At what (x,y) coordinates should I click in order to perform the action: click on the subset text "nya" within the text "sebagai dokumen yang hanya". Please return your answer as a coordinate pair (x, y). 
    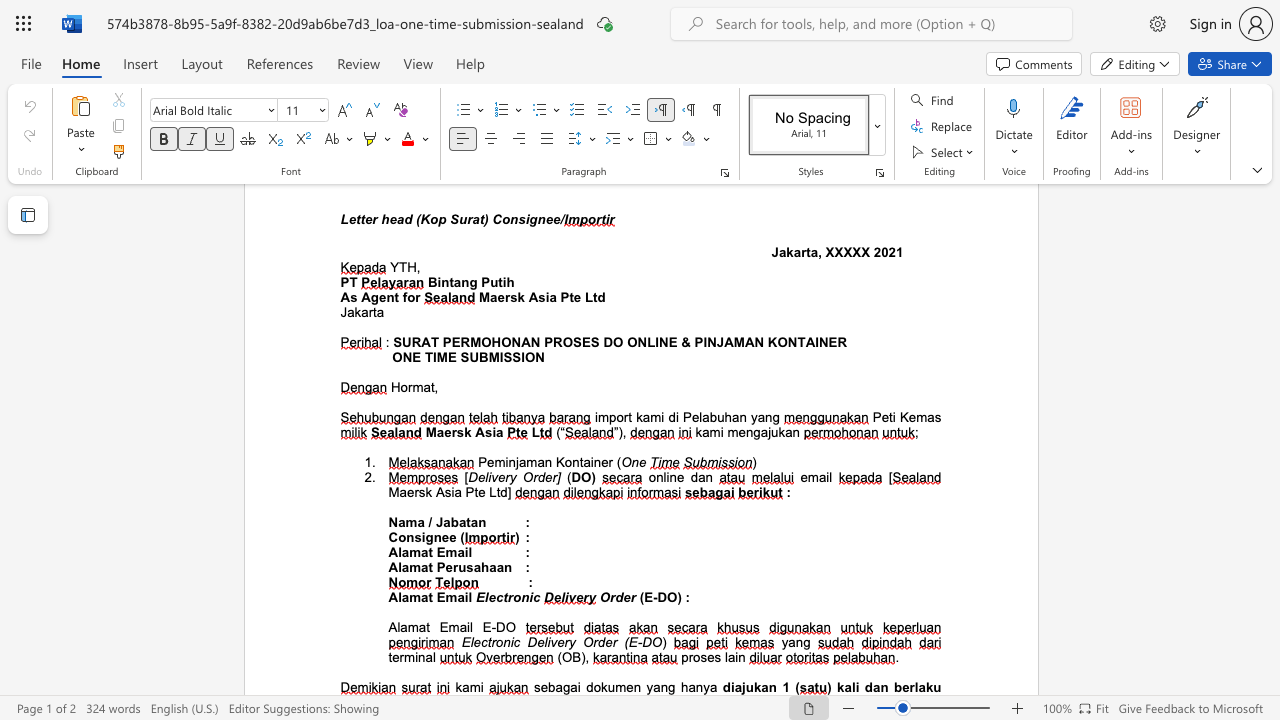
    Looking at the image, I should click on (695, 686).